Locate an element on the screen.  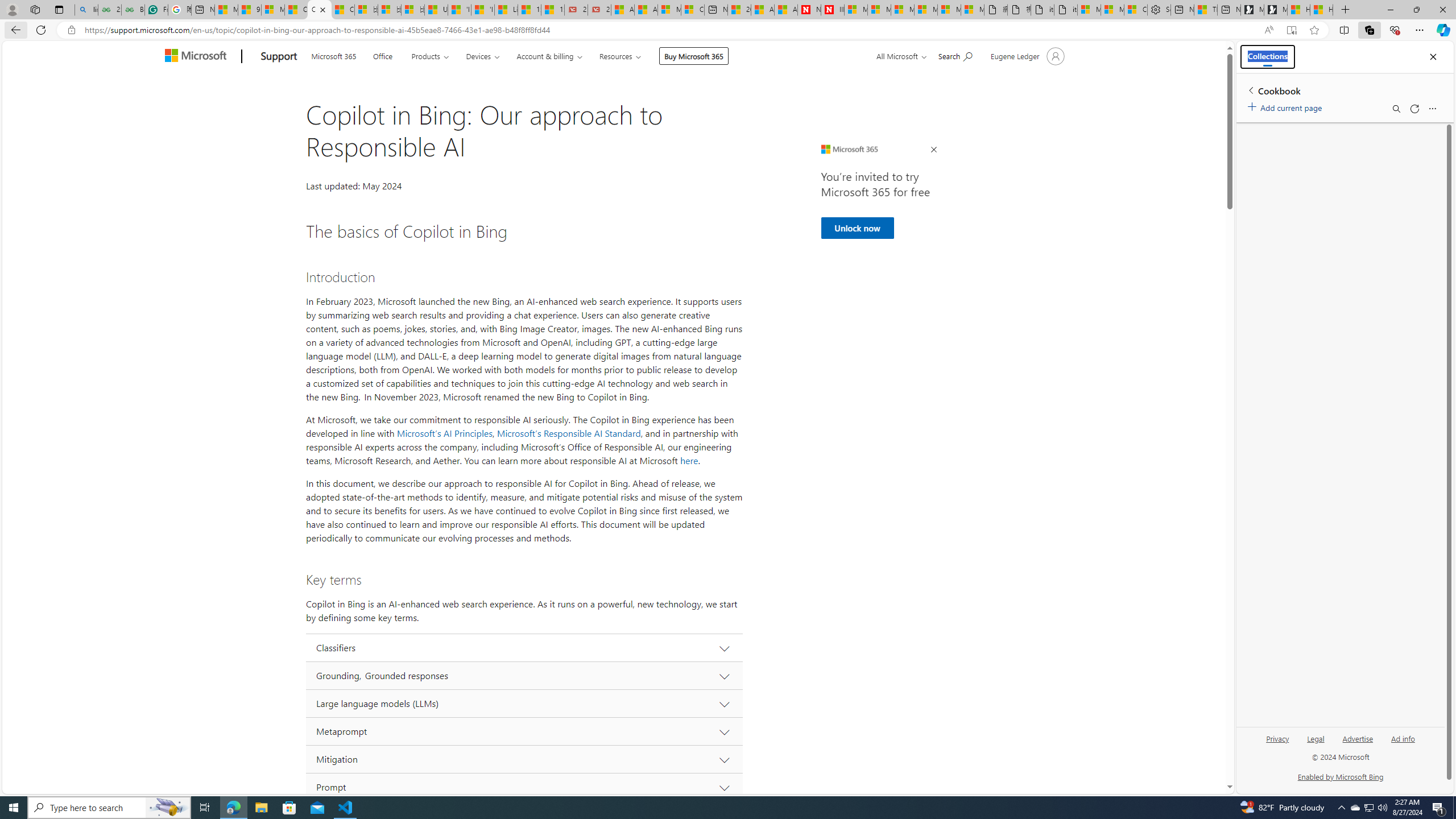
'Free AI Writing Assistance for Students | Grammarly' is located at coordinates (156, 9).